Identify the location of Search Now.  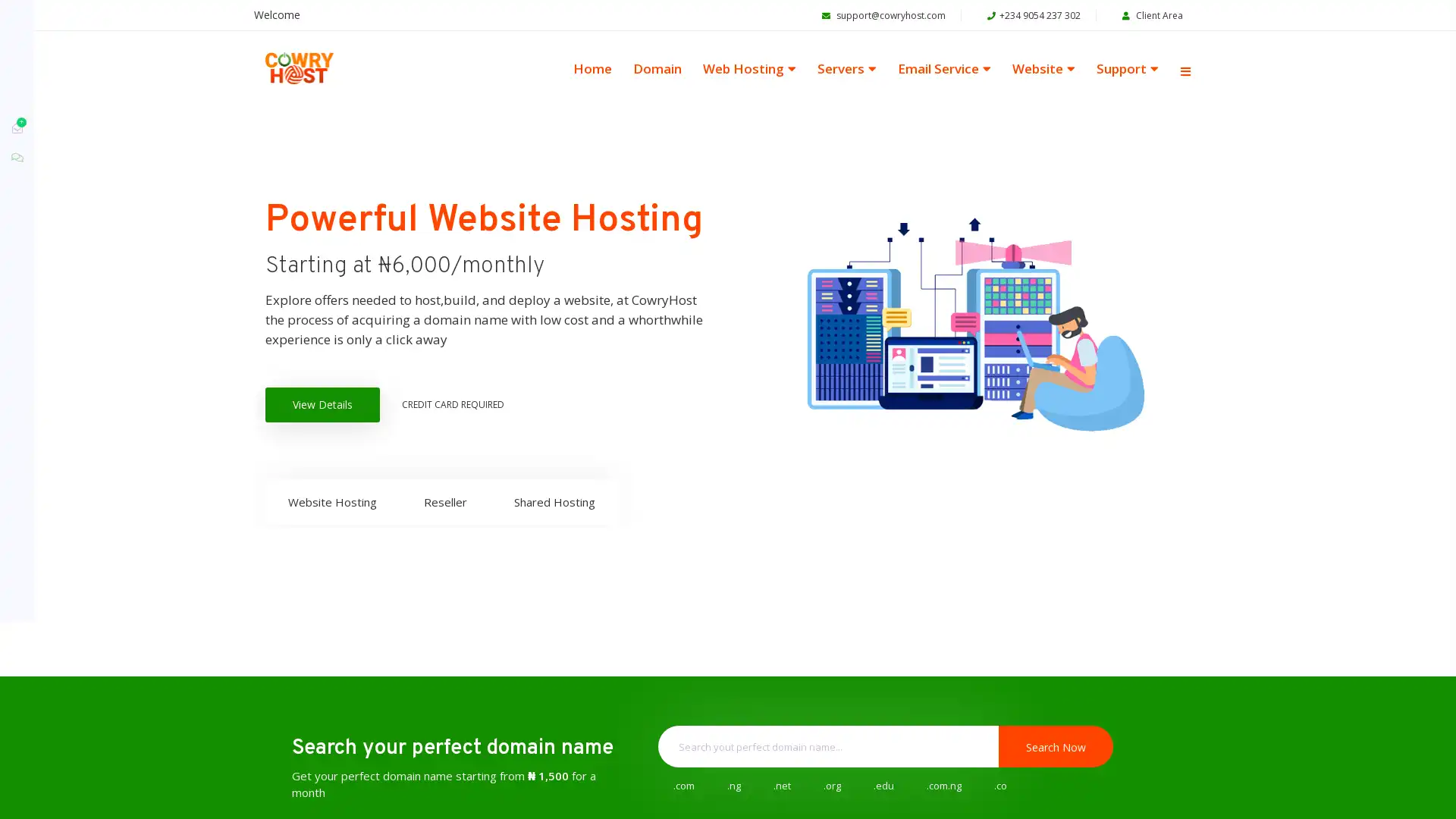
(1055, 755).